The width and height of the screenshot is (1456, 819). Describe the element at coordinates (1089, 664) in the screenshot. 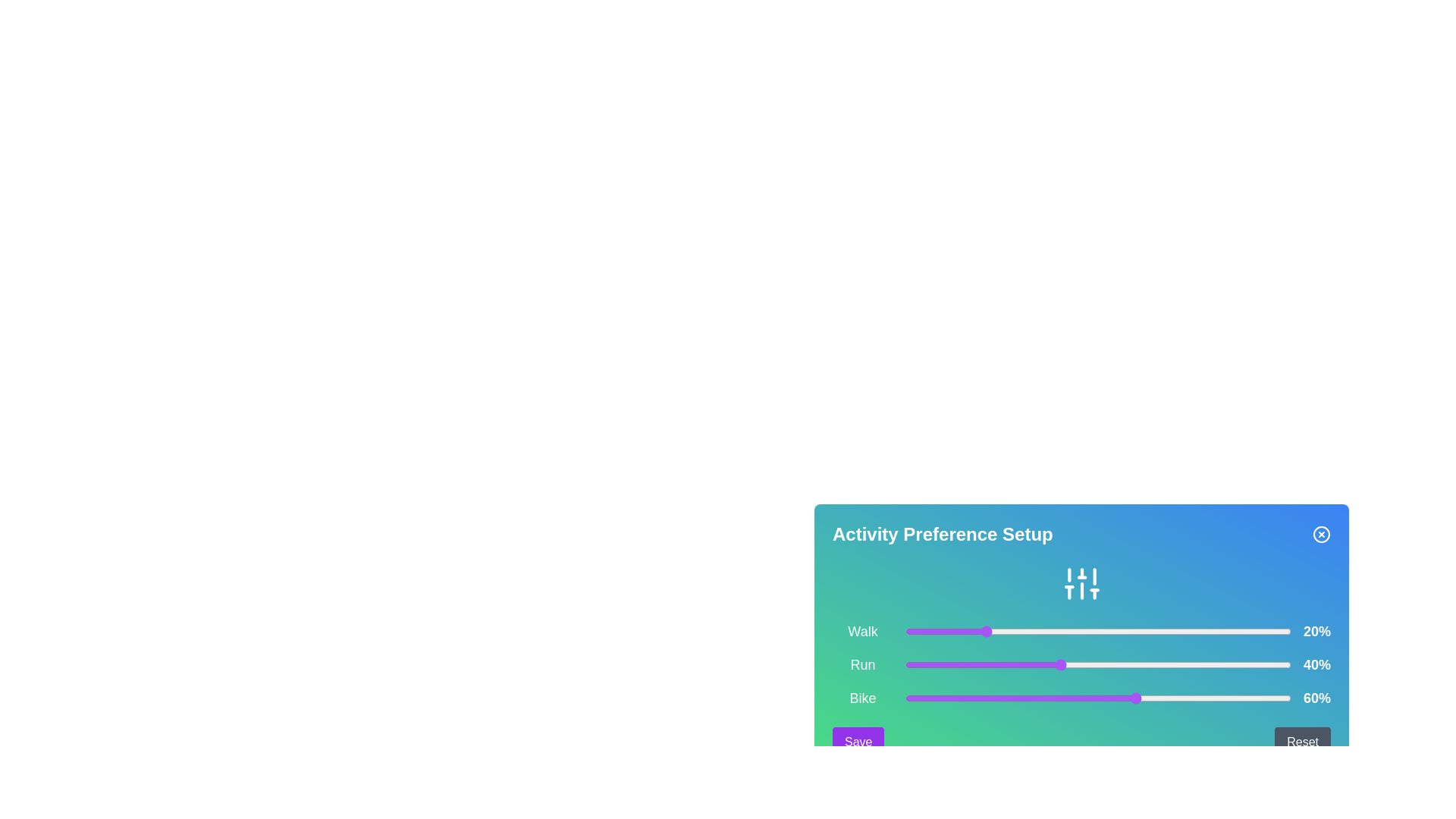

I see `the slider for 1 to 48%` at that location.